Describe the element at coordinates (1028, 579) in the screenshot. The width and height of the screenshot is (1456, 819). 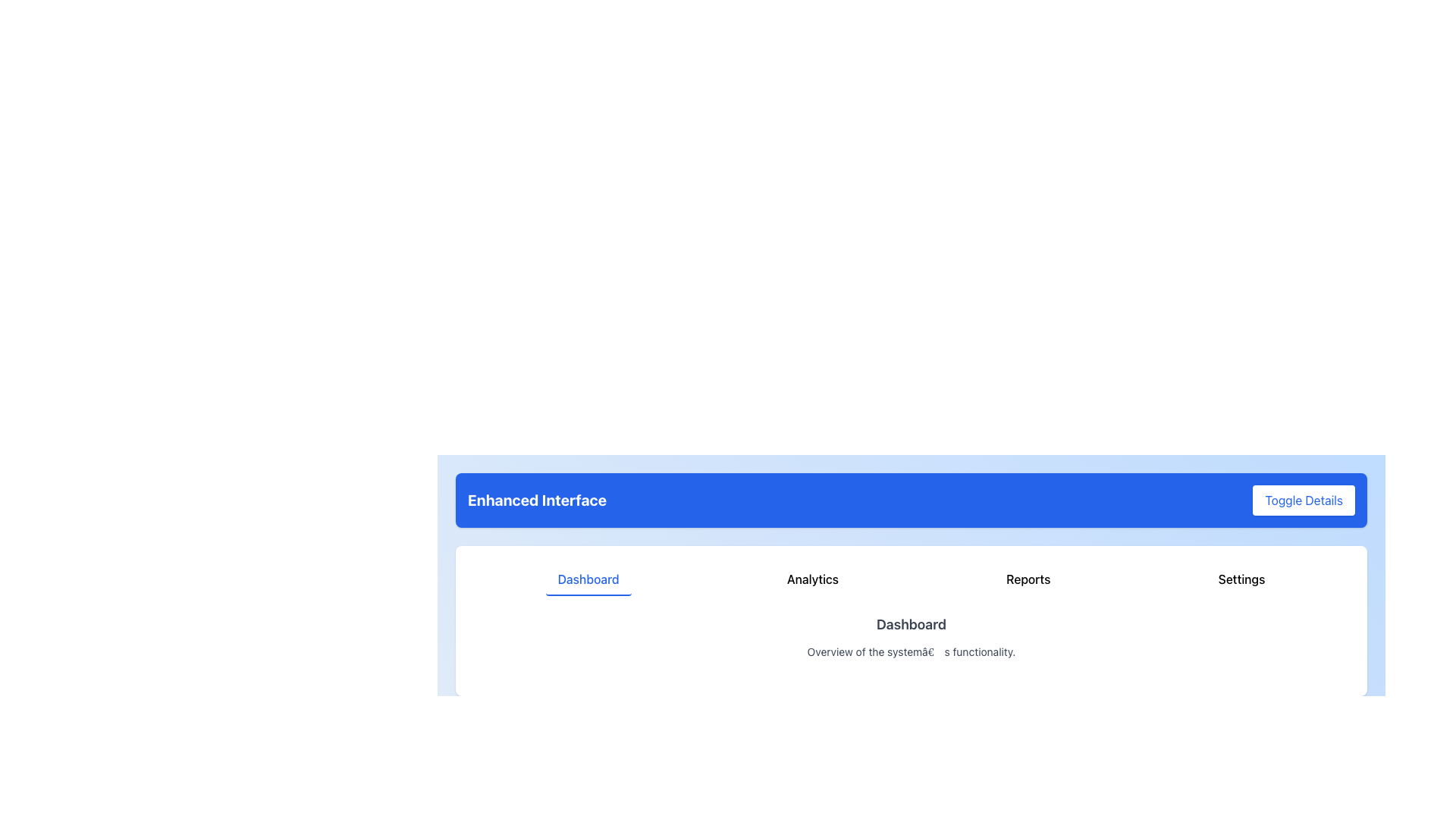
I see `the 'Reports' textual navigation link` at that location.